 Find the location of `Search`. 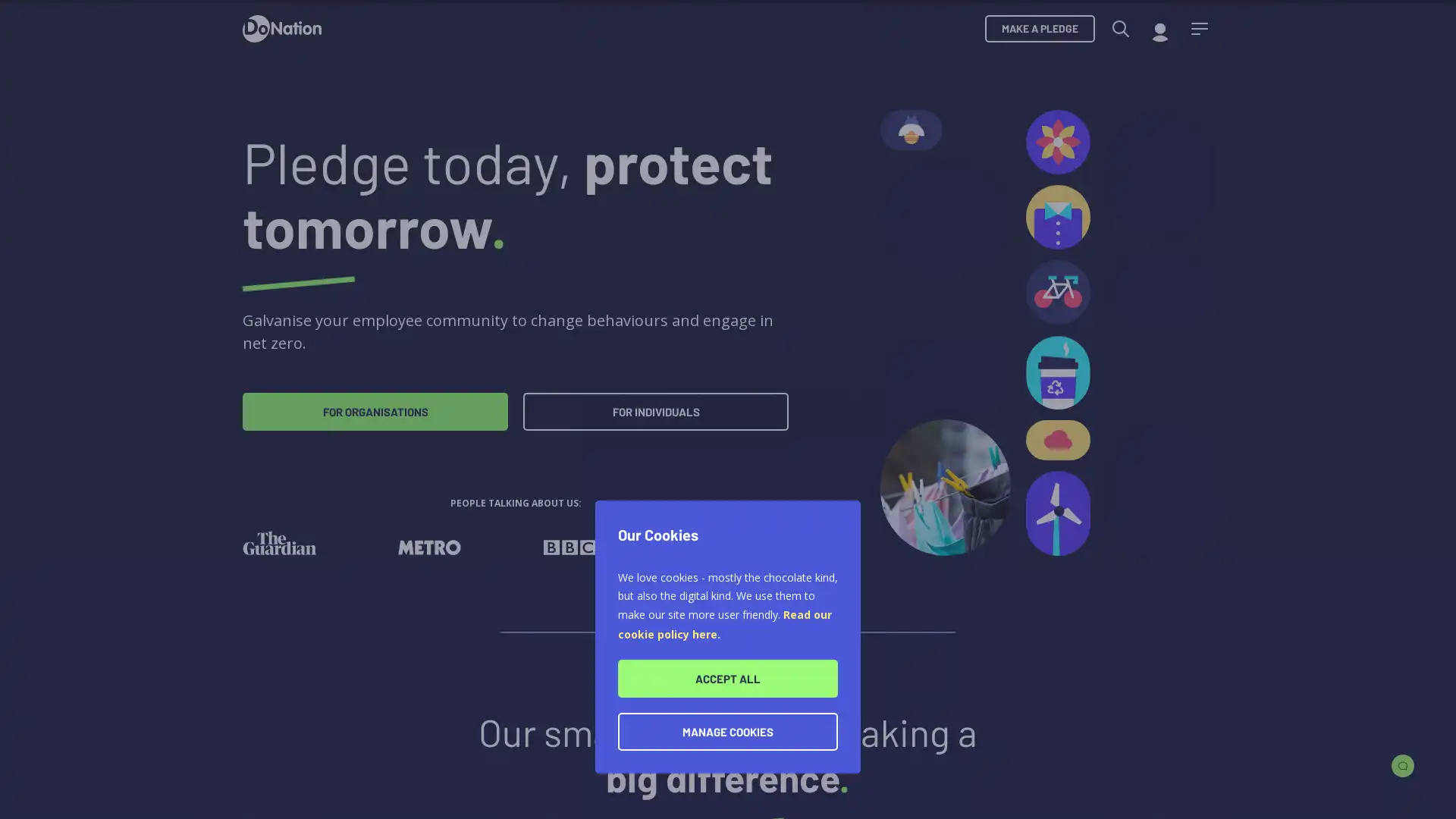

Search is located at coordinates (1121, 29).